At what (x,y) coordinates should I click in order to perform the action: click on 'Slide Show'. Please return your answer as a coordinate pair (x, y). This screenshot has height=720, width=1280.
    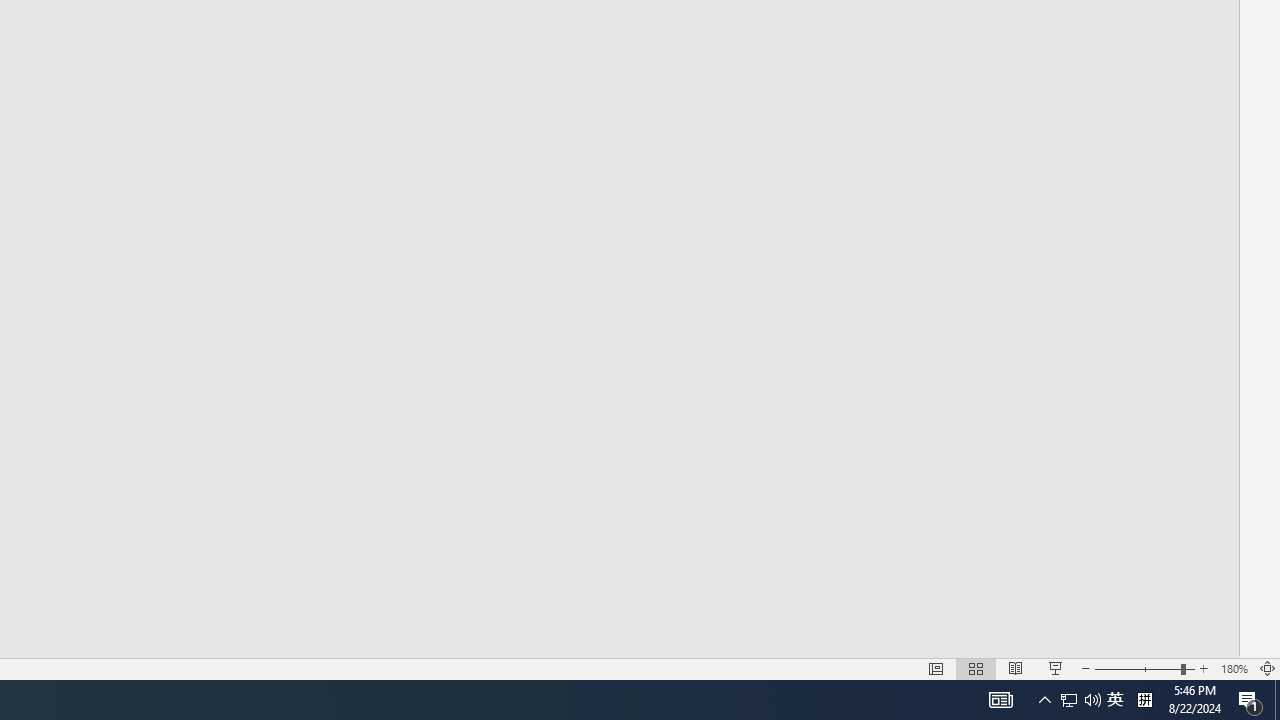
    Looking at the image, I should click on (1055, 669).